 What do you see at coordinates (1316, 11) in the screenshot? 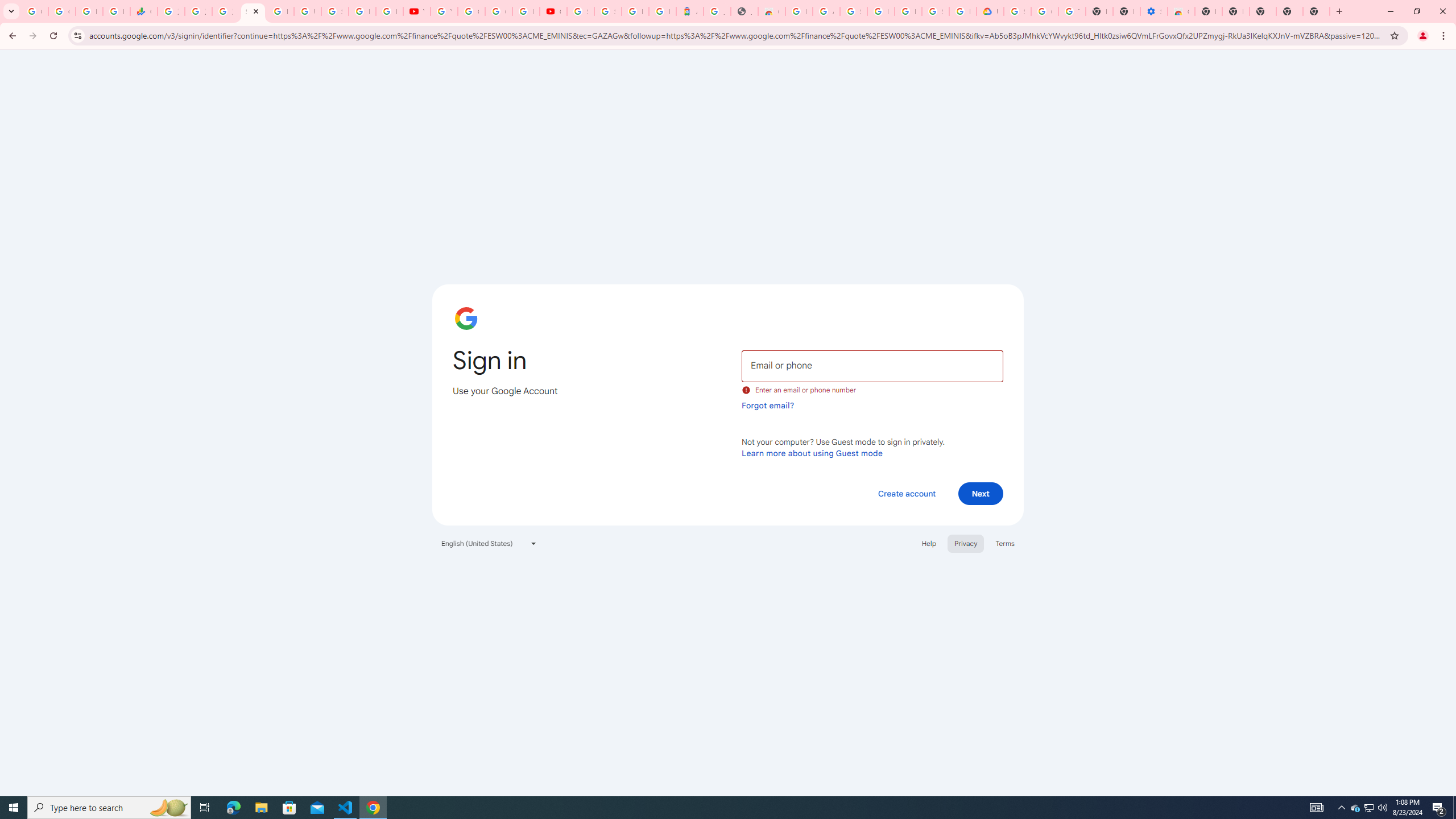
I see `'New Tab'` at bounding box center [1316, 11].